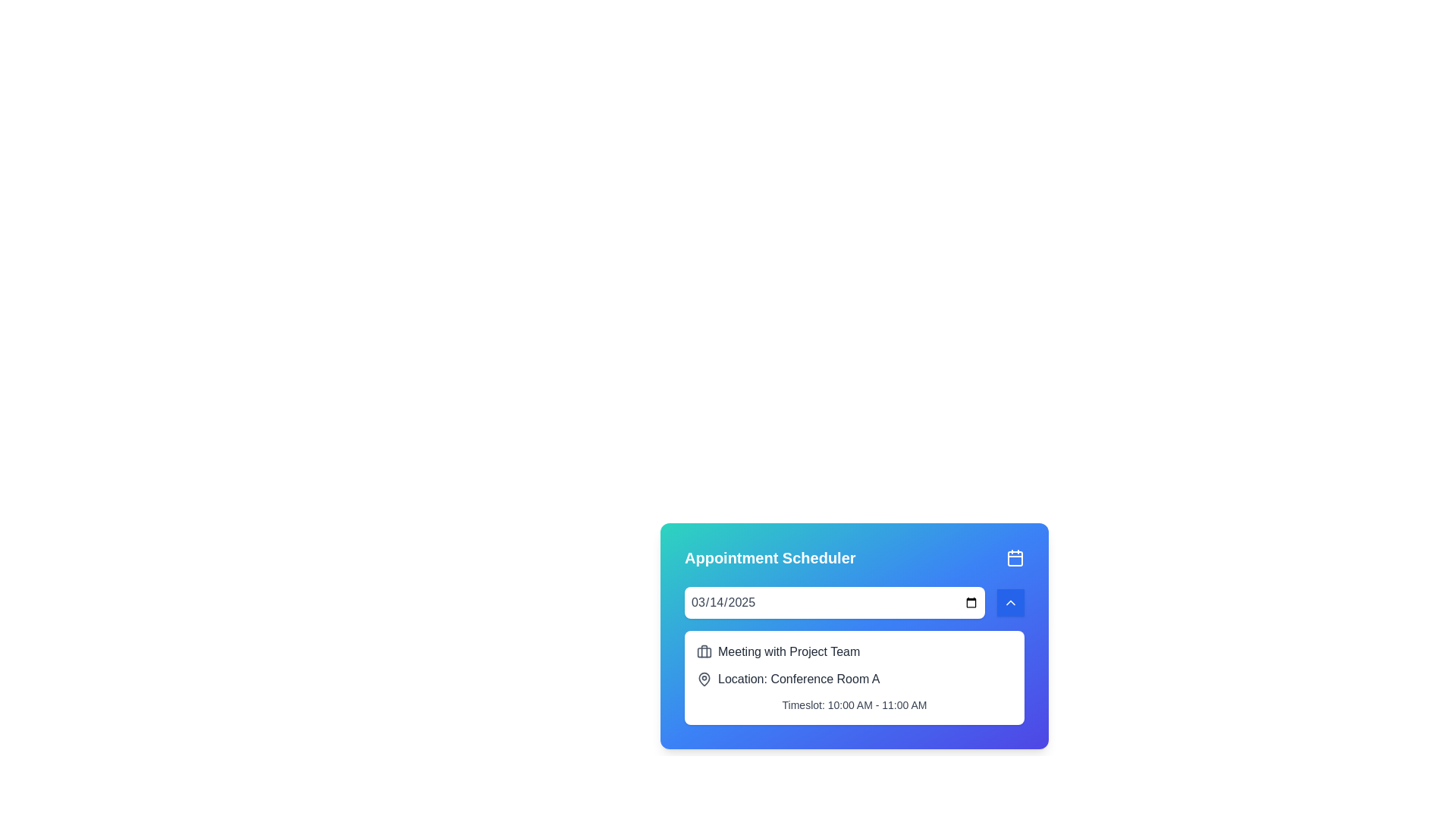  Describe the element at coordinates (704, 651) in the screenshot. I see `the graphical icon component of the briefcase icon located in the Appointment Scheduler interface, positioned at the bottom of the modal near the left-hand side` at that location.